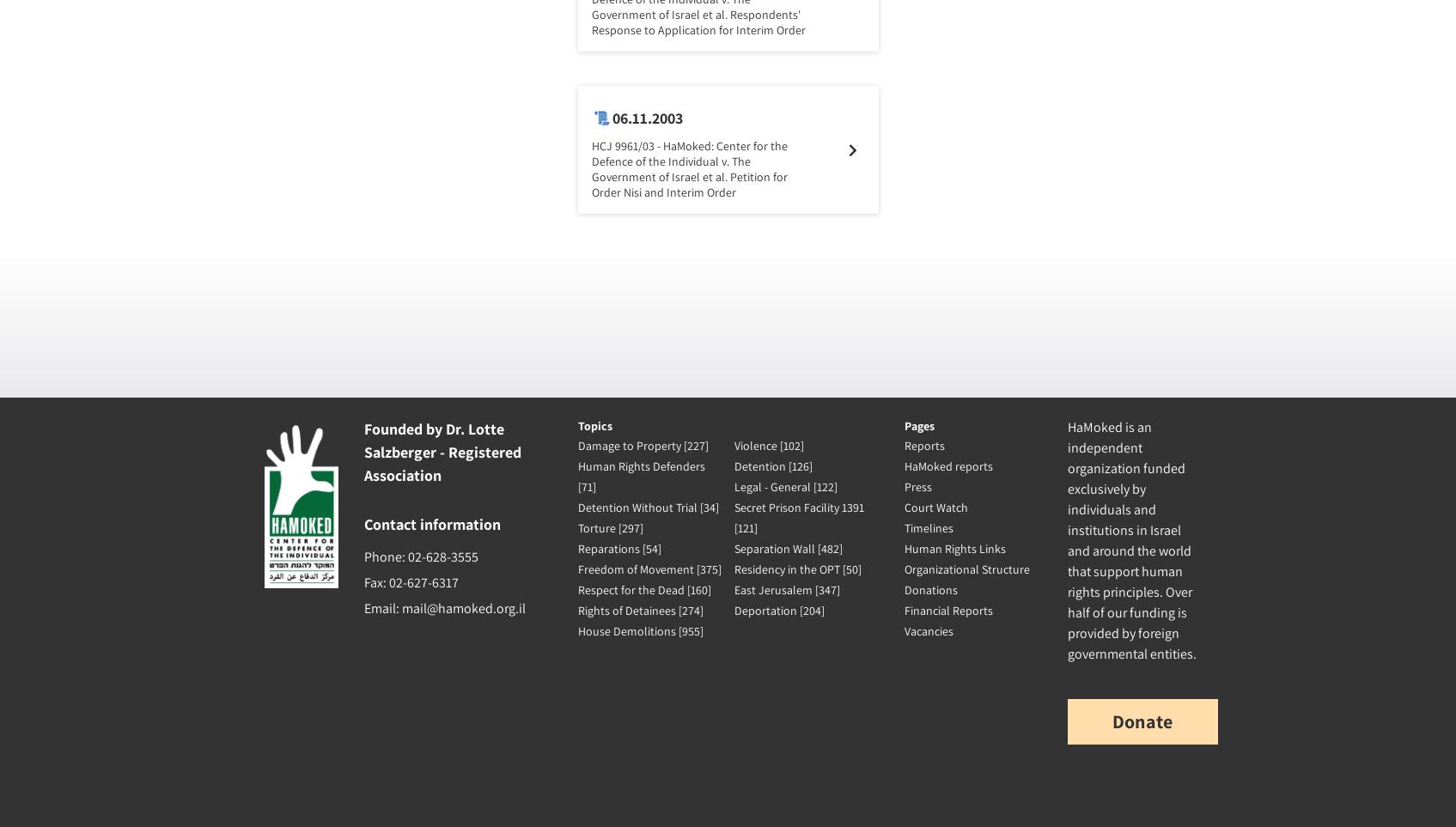  Describe the element at coordinates (638, 609) in the screenshot. I see `'Rights of Detainees [274]'` at that location.